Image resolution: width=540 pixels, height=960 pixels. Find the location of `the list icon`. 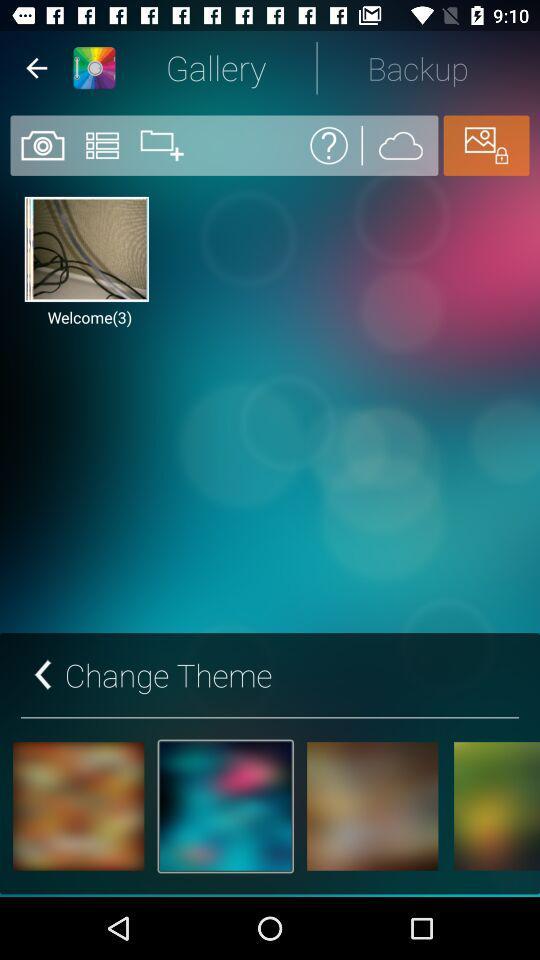

the list icon is located at coordinates (102, 144).